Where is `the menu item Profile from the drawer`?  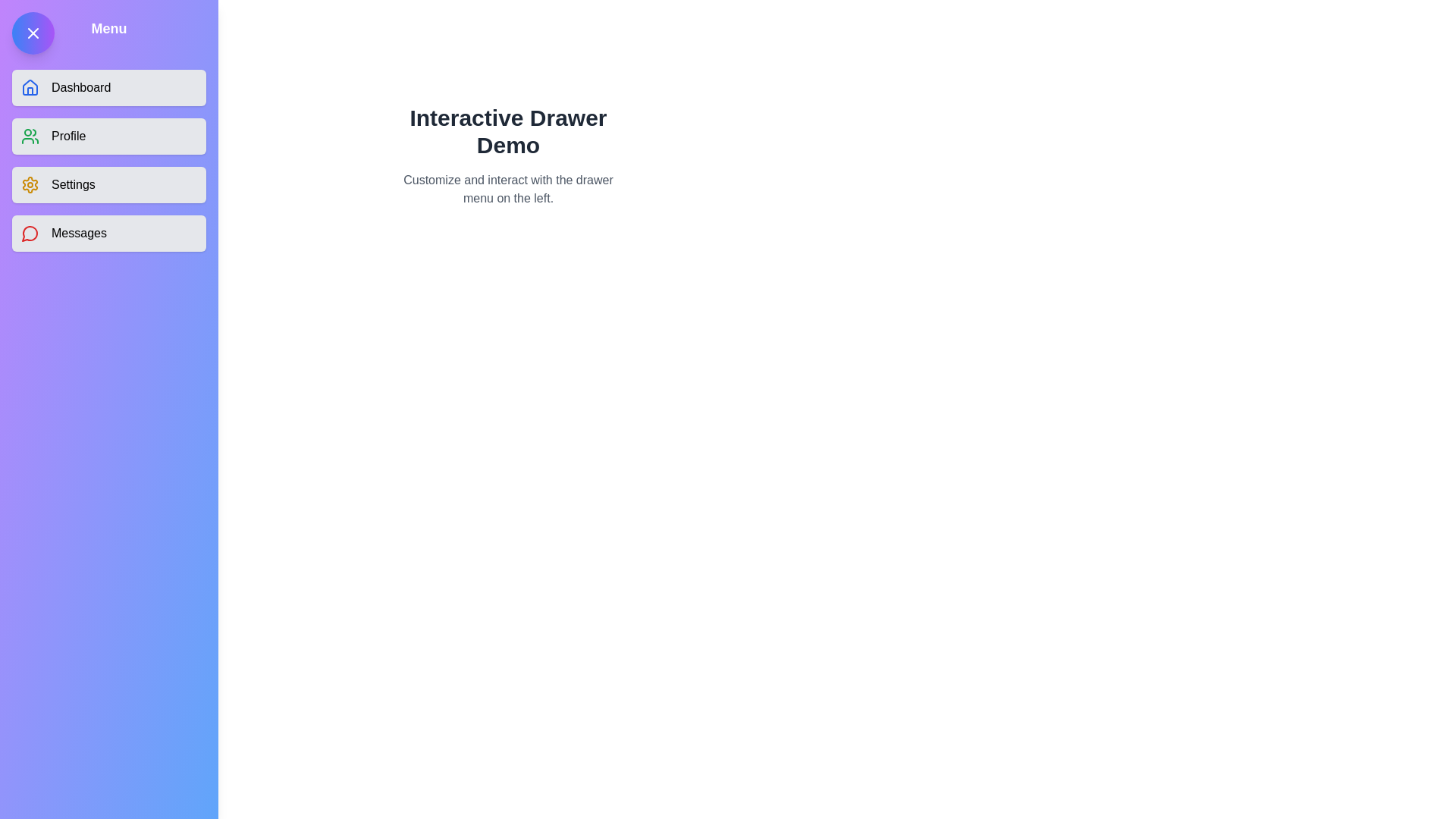
the menu item Profile from the drawer is located at coordinates (108, 136).